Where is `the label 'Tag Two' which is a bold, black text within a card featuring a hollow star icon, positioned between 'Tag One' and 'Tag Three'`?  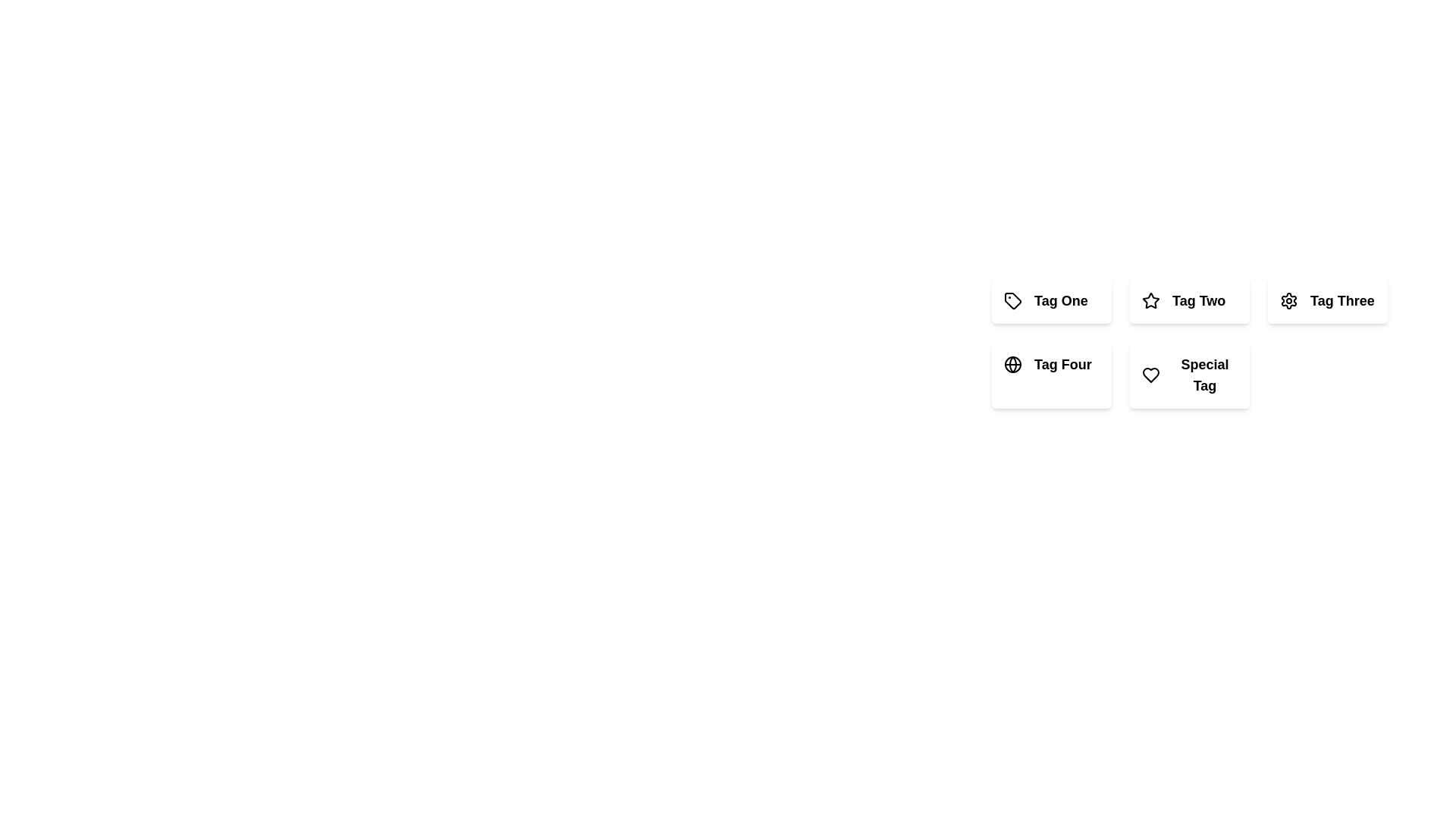
the label 'Tag Two' which is a bold, black text within a card featuring a hollow star icon, positioned between 'Tag One' and 'Tag Three' is located at coordinates (1189, 301).